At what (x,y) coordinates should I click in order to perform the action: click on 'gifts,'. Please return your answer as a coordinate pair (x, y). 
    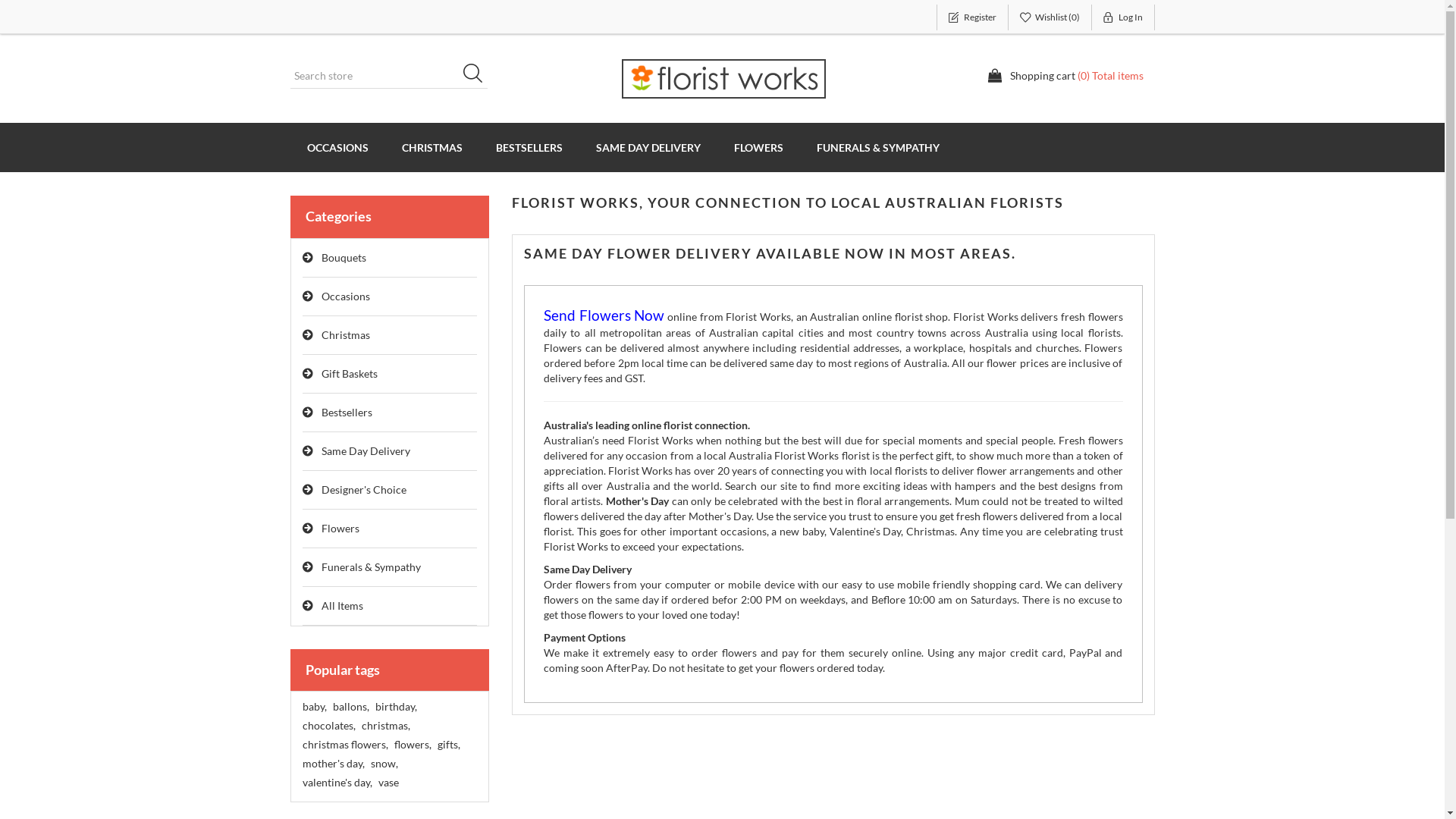
    Looking at the image, I should click on (436, 744).